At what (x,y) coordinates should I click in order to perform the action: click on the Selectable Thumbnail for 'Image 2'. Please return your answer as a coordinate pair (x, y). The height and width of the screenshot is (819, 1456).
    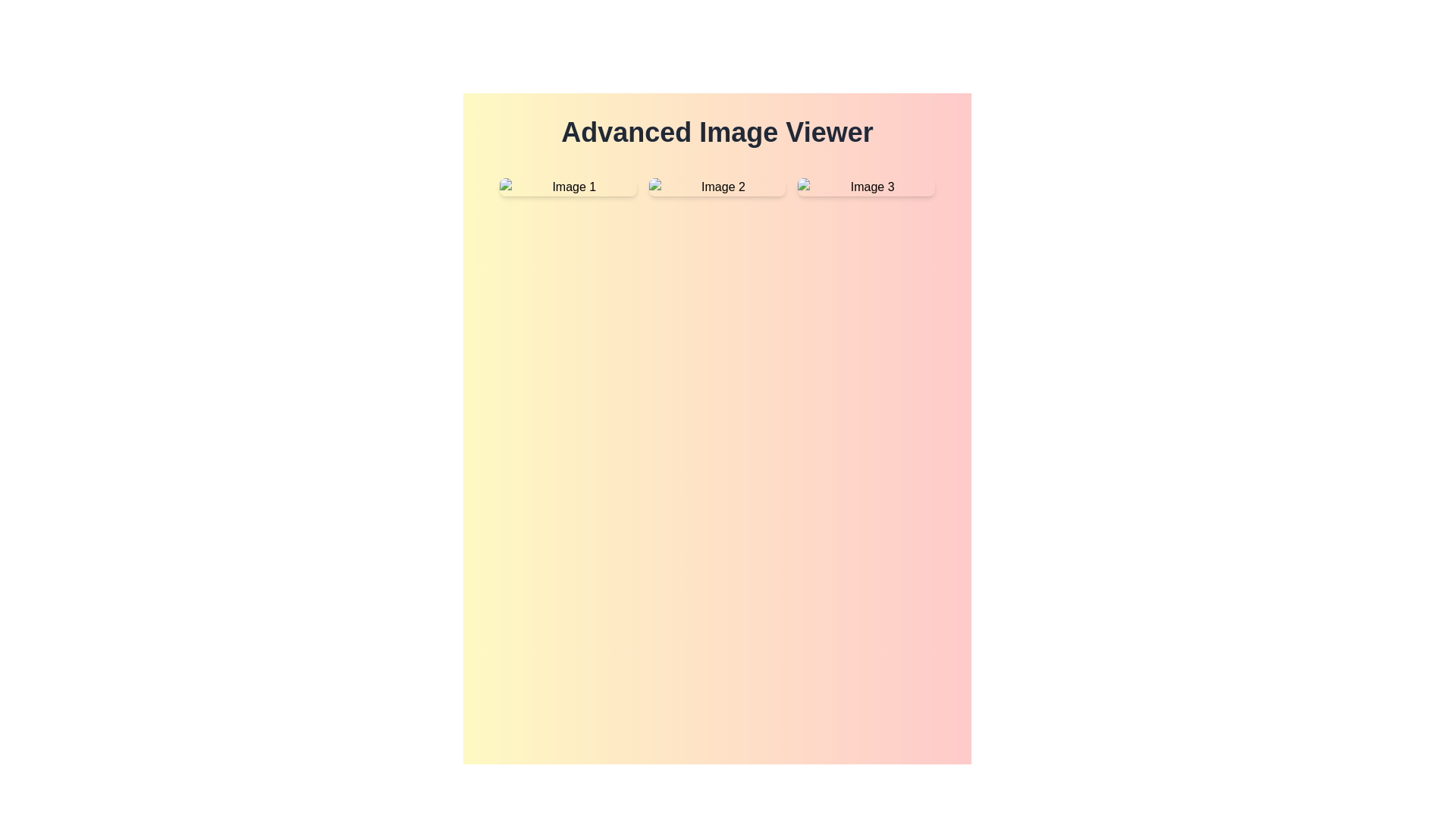
    Looking at the image, I should click on (716, 186).